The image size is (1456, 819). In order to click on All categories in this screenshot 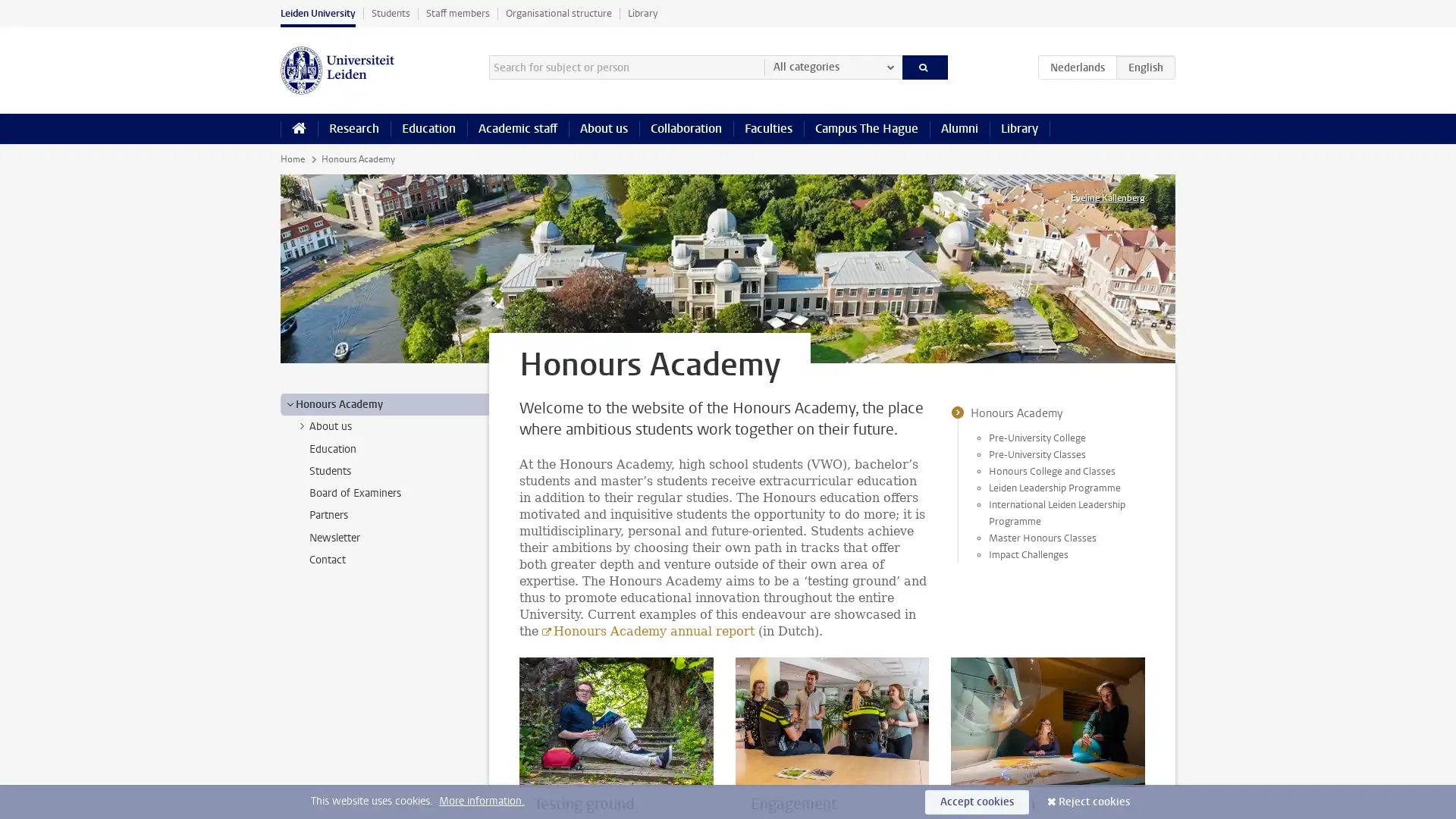, I will do `click(832, 66)`.